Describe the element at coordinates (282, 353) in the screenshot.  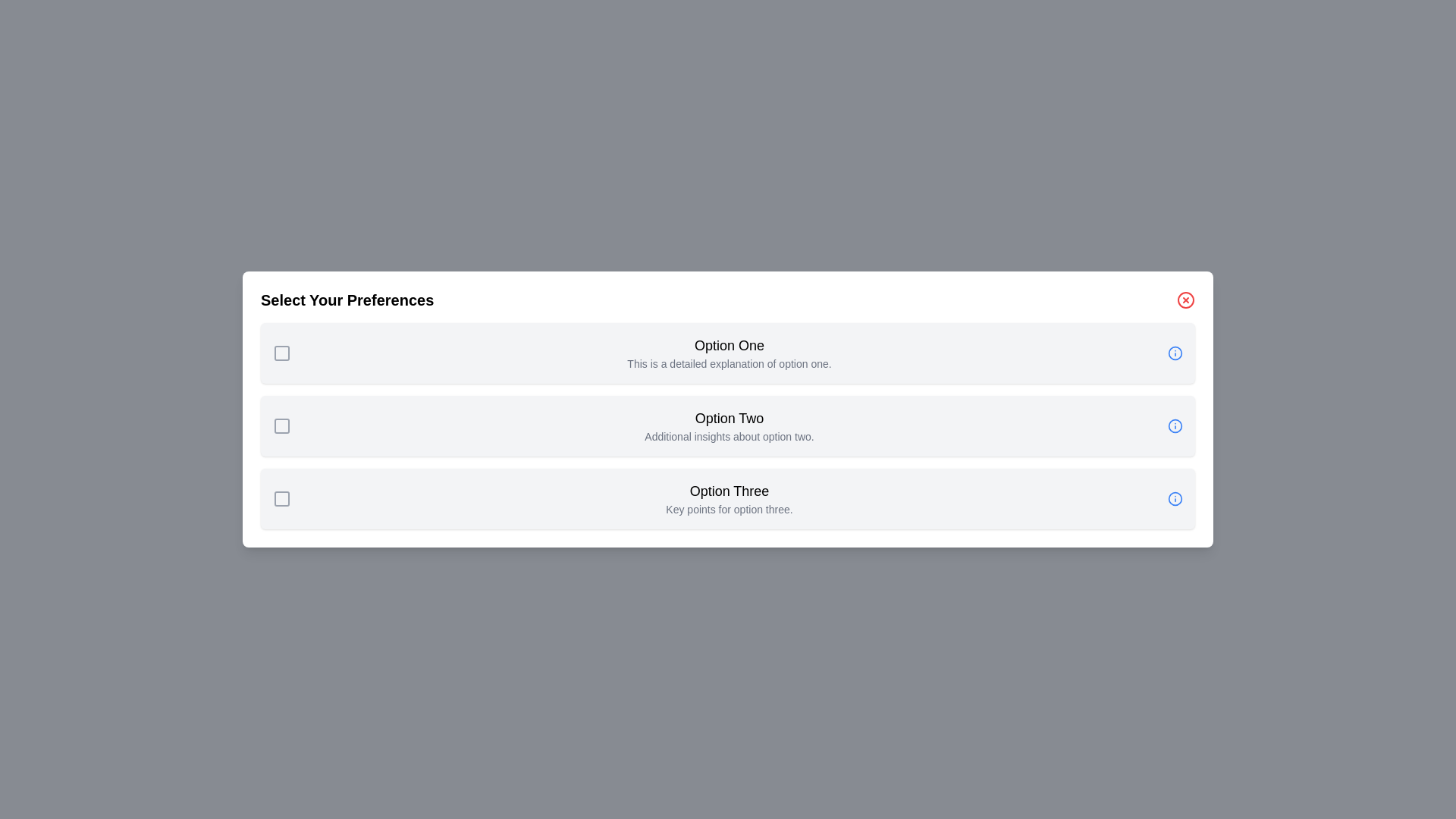
I see `the 'Option One' checkbox` at that location.